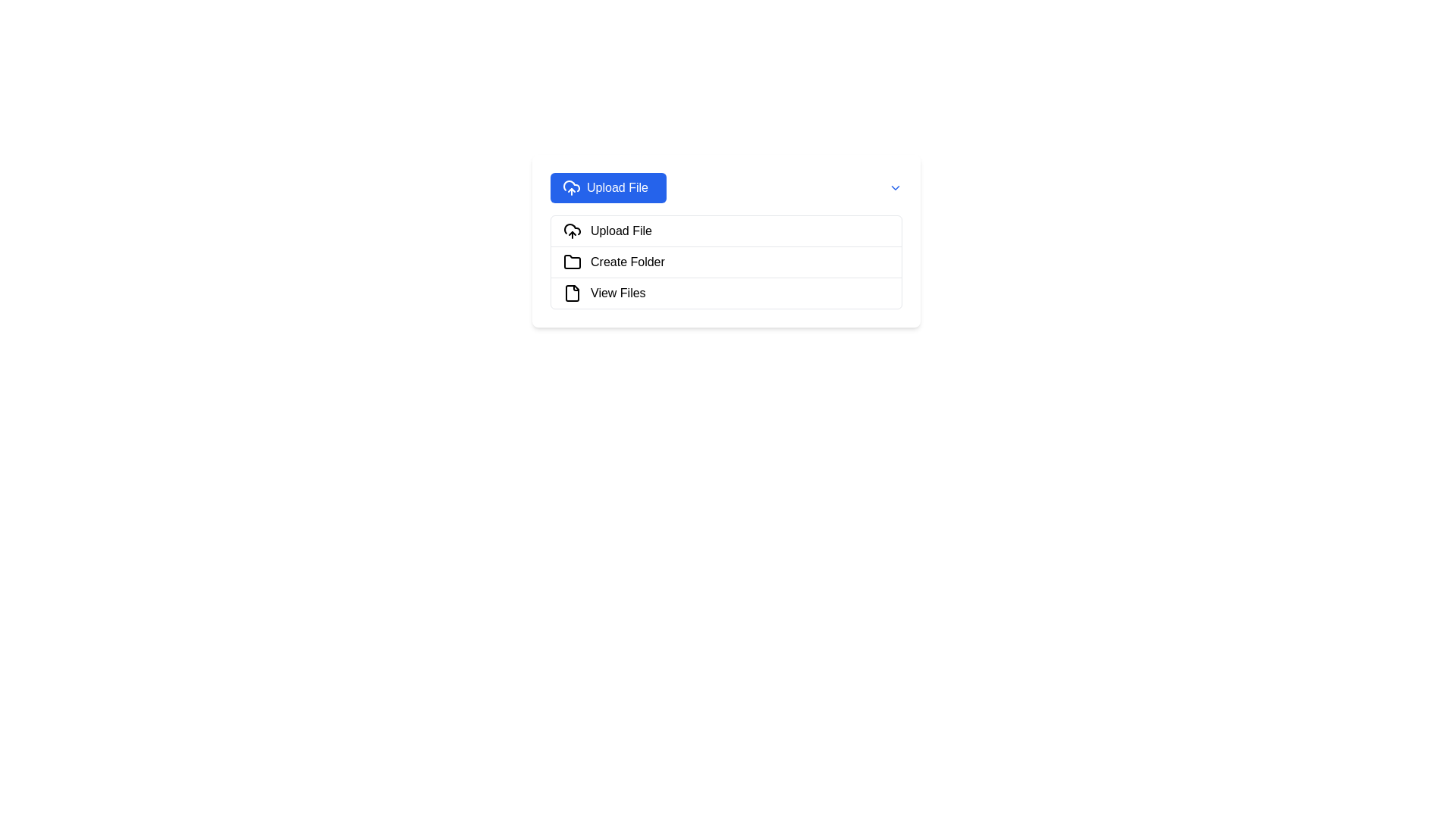 This screenshot has width=1456, height=819. Describe the element at coordinates (617, 187) in the screenshot. I see `text 'Upload File' from the button label styled in white text against a blue background, located at the top-left region of the dropdown menu interface` at that location.